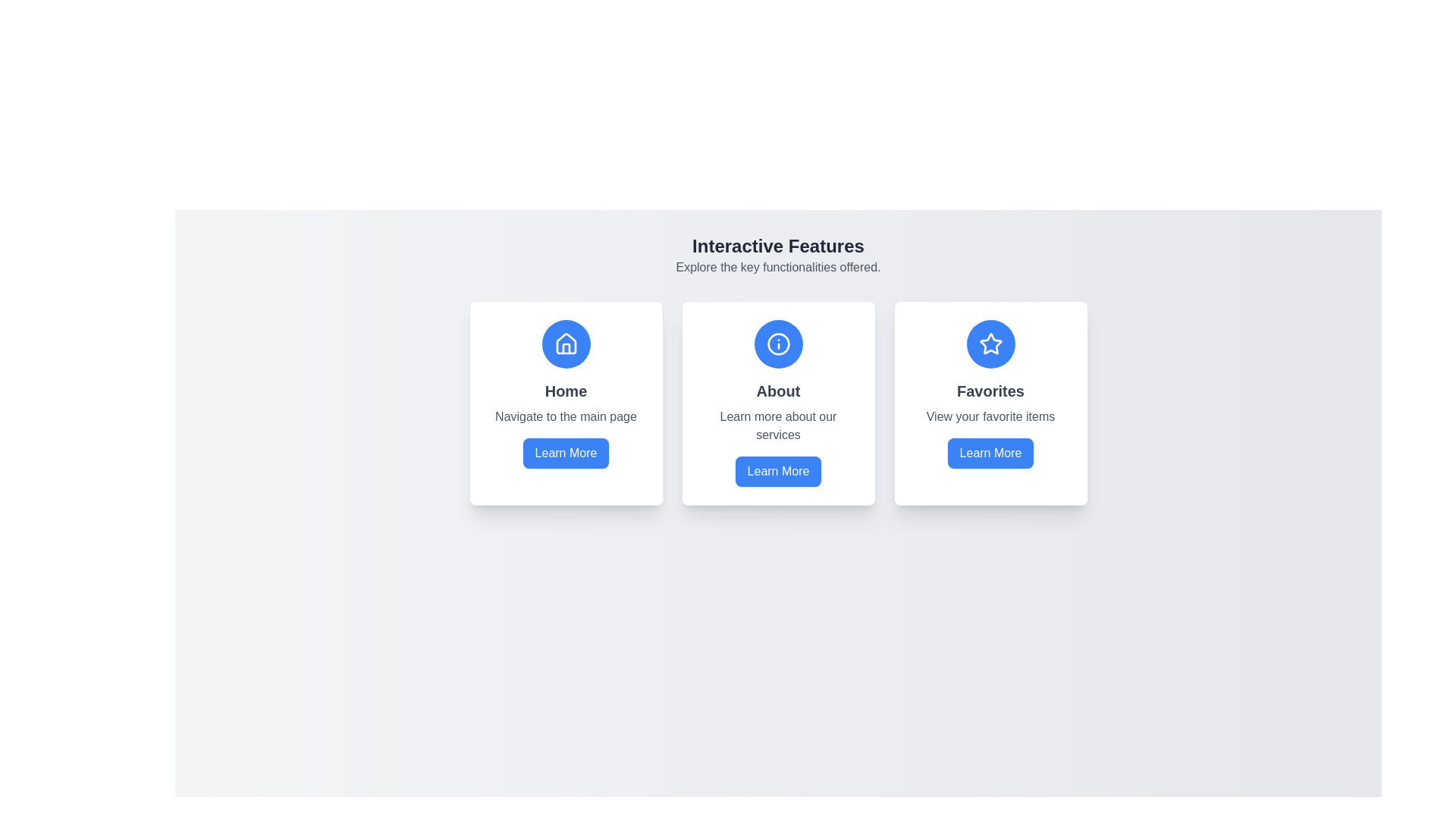  I want to click on text label indicating 'Favorites' located in the center card of the three-card layout, positioned below the blue circular star icon, so click(990, 391).